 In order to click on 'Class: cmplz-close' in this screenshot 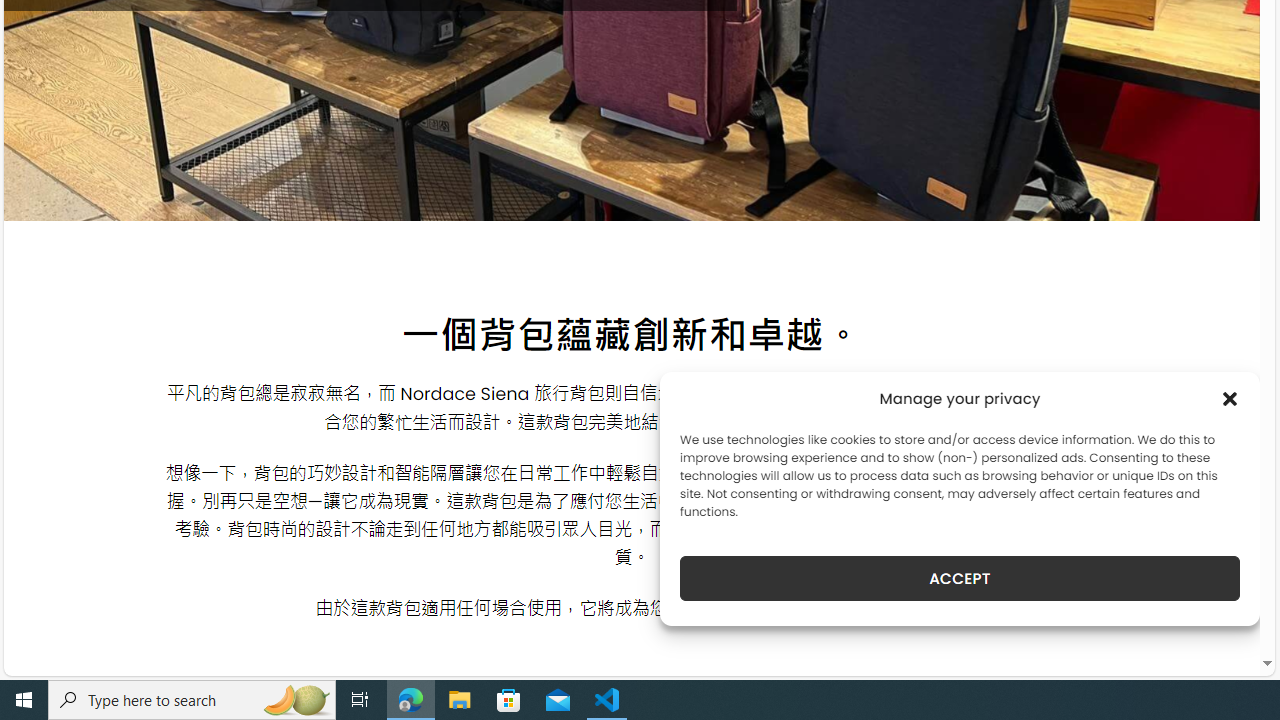, I will do `click(1229, 398)`.